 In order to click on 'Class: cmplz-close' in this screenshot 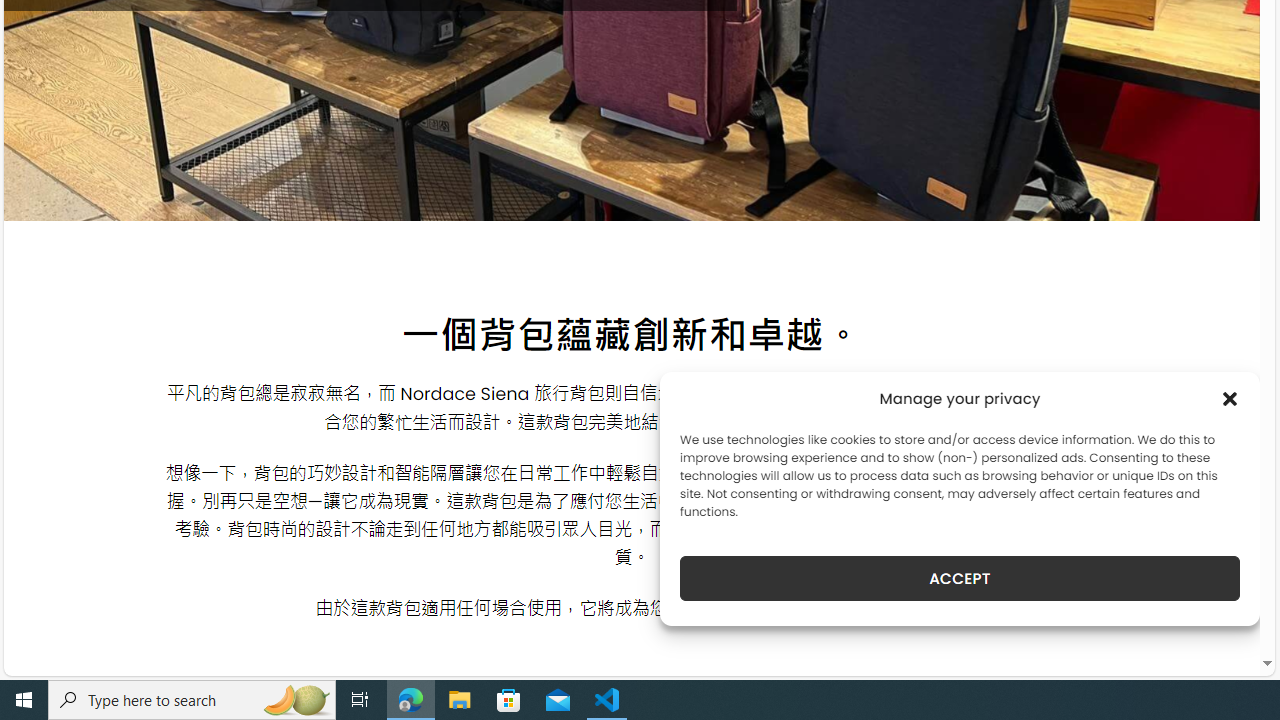, I will do `click(1229, 398)`.